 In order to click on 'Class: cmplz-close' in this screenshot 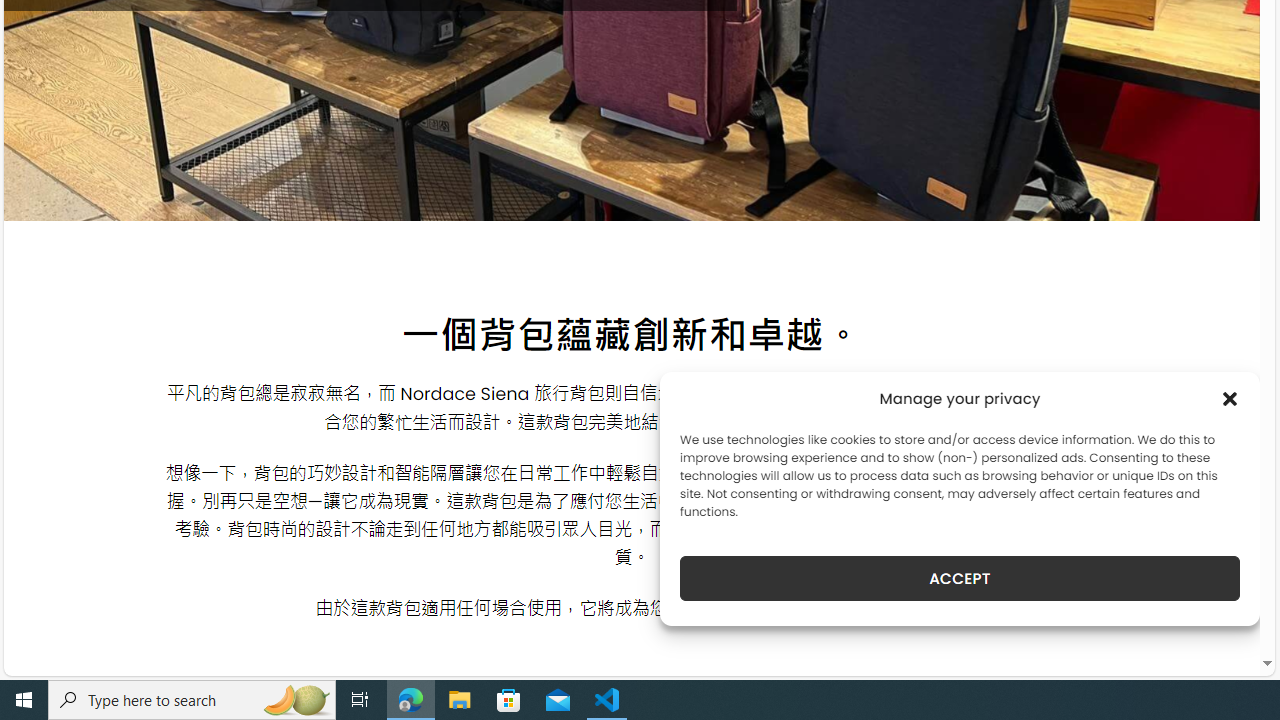, I will do `click(1229, 398)`.